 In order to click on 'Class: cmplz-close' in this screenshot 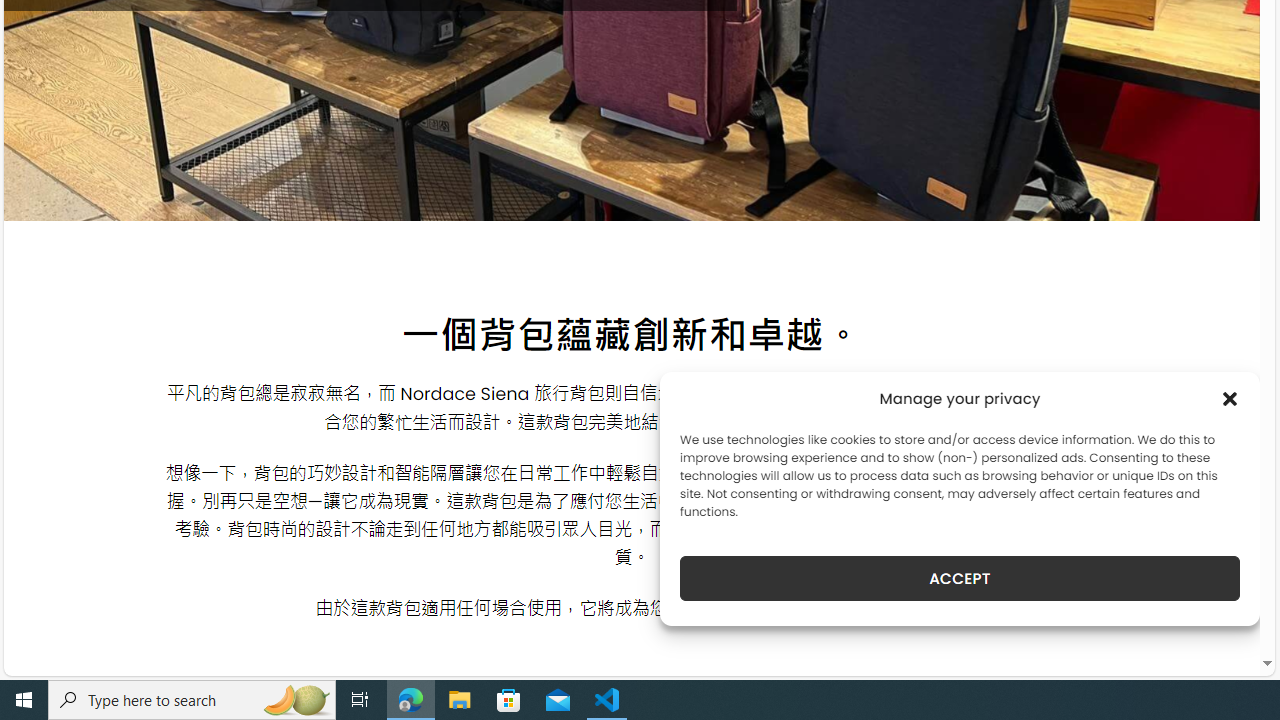, I will do `click(1229, 398)`.